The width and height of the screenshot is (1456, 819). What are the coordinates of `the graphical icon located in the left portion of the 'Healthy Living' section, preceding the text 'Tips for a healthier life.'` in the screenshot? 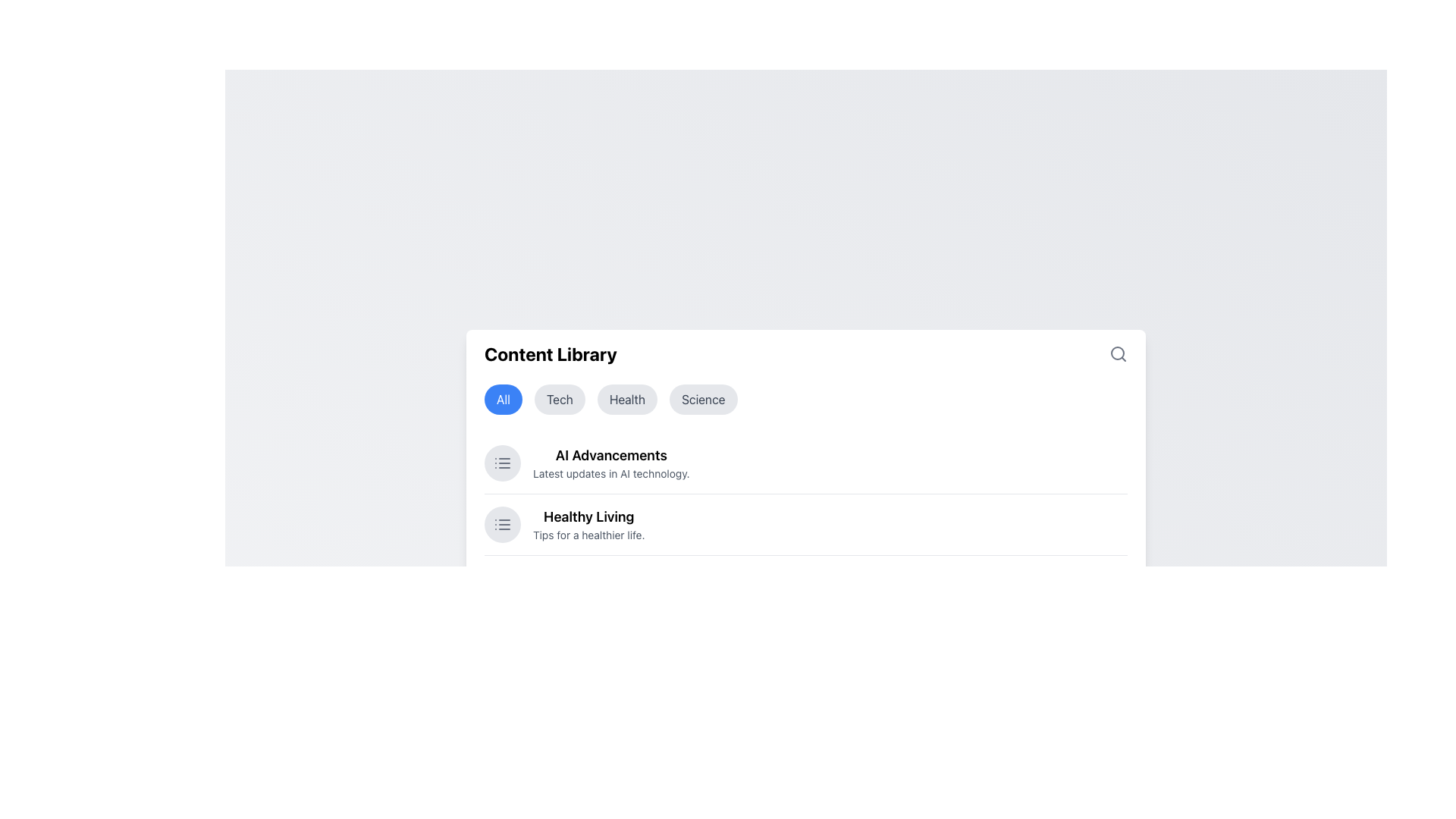 It's located at (502, 523).